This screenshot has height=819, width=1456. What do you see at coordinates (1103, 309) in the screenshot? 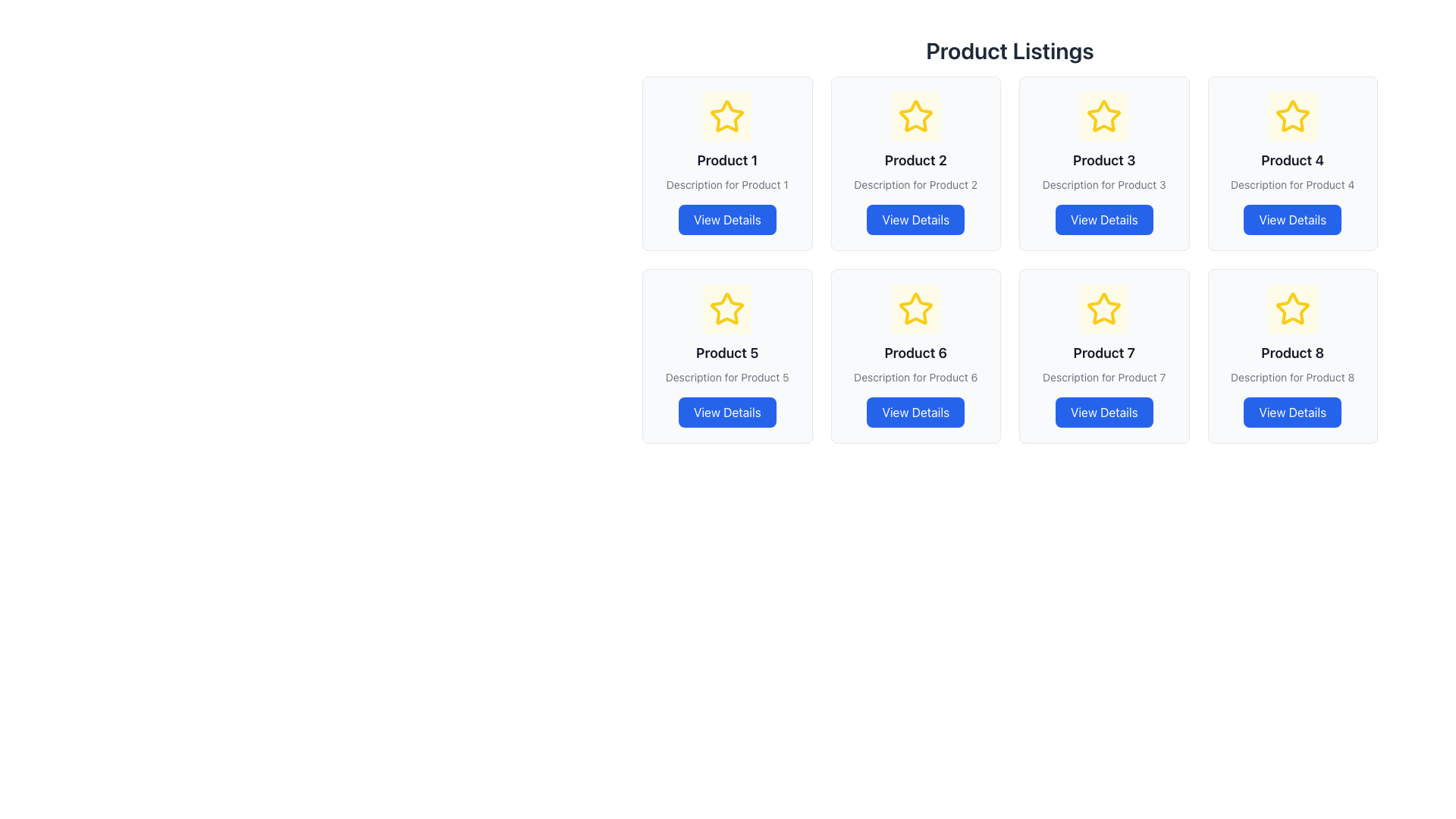
I see `the decorative icon located at the top center of the seventh product card under the 'Product Listings' section` at bounding box center [1103, 309].